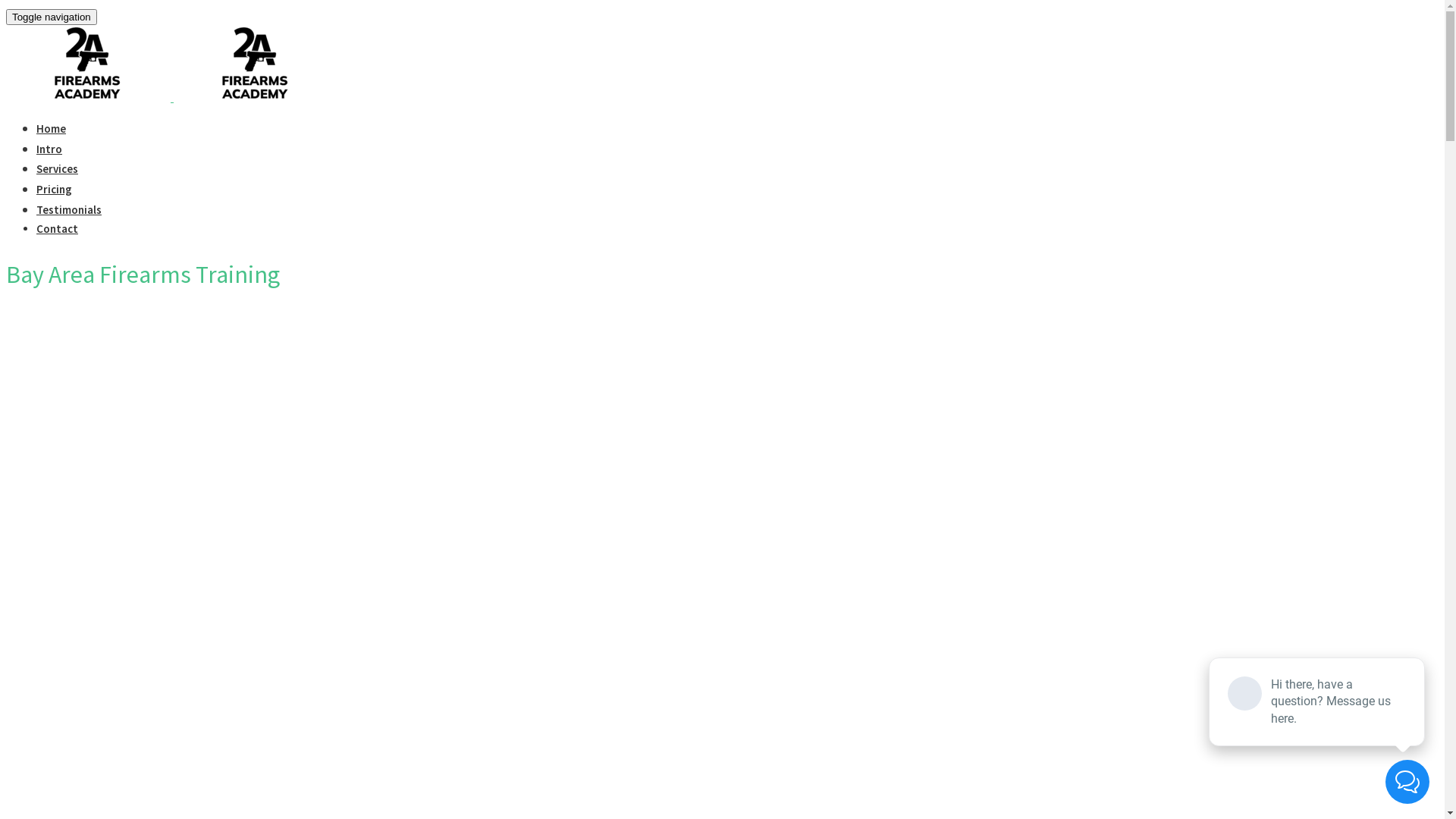  I want to click on 'Pricing', so click(54, 188).